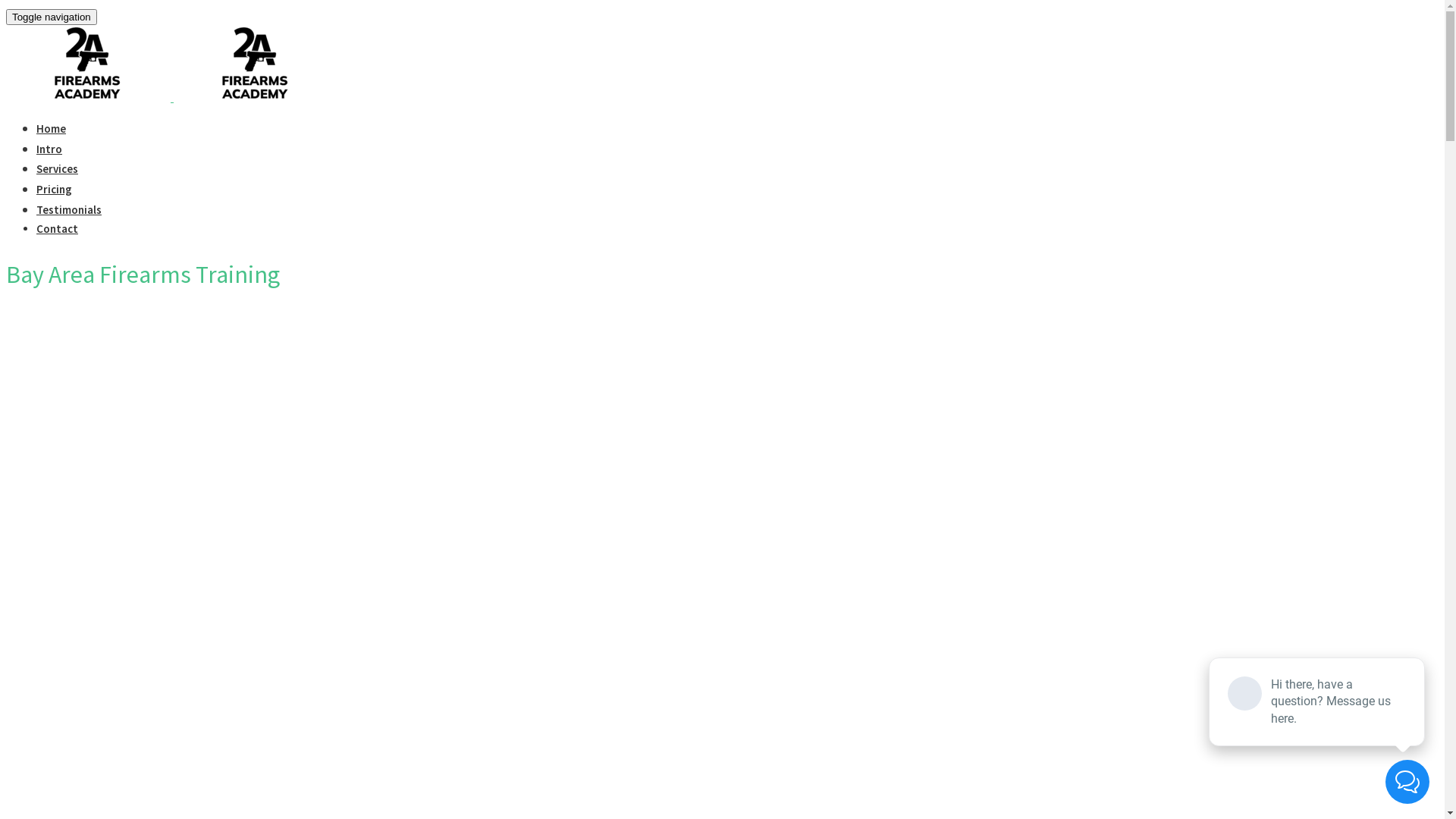  I want to click on 'Pricing', so click(54, 188).